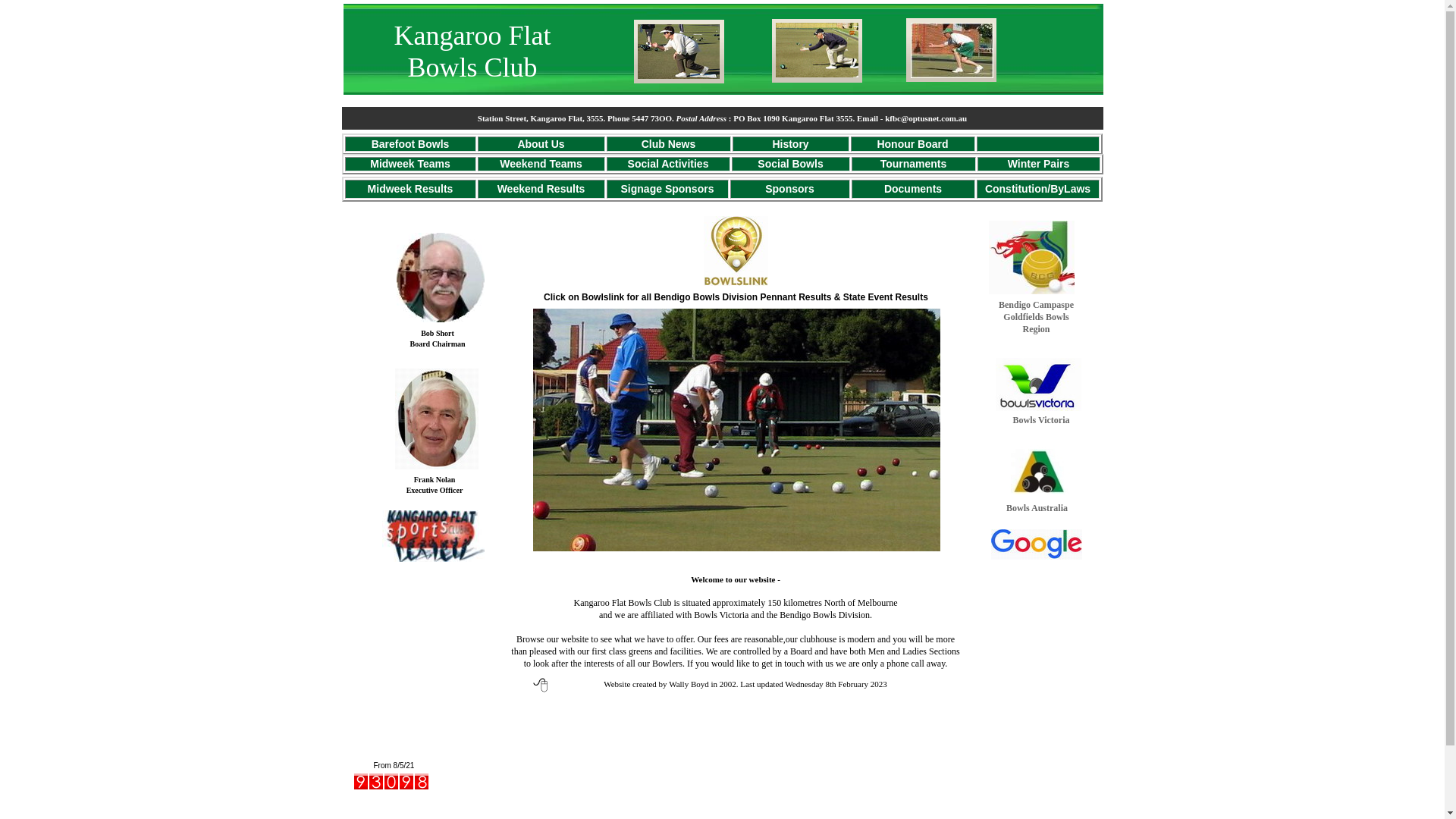 The width and height of the screenshot is (1456, 819). I want to click on 'Weekend Teams', so click(541, 163).